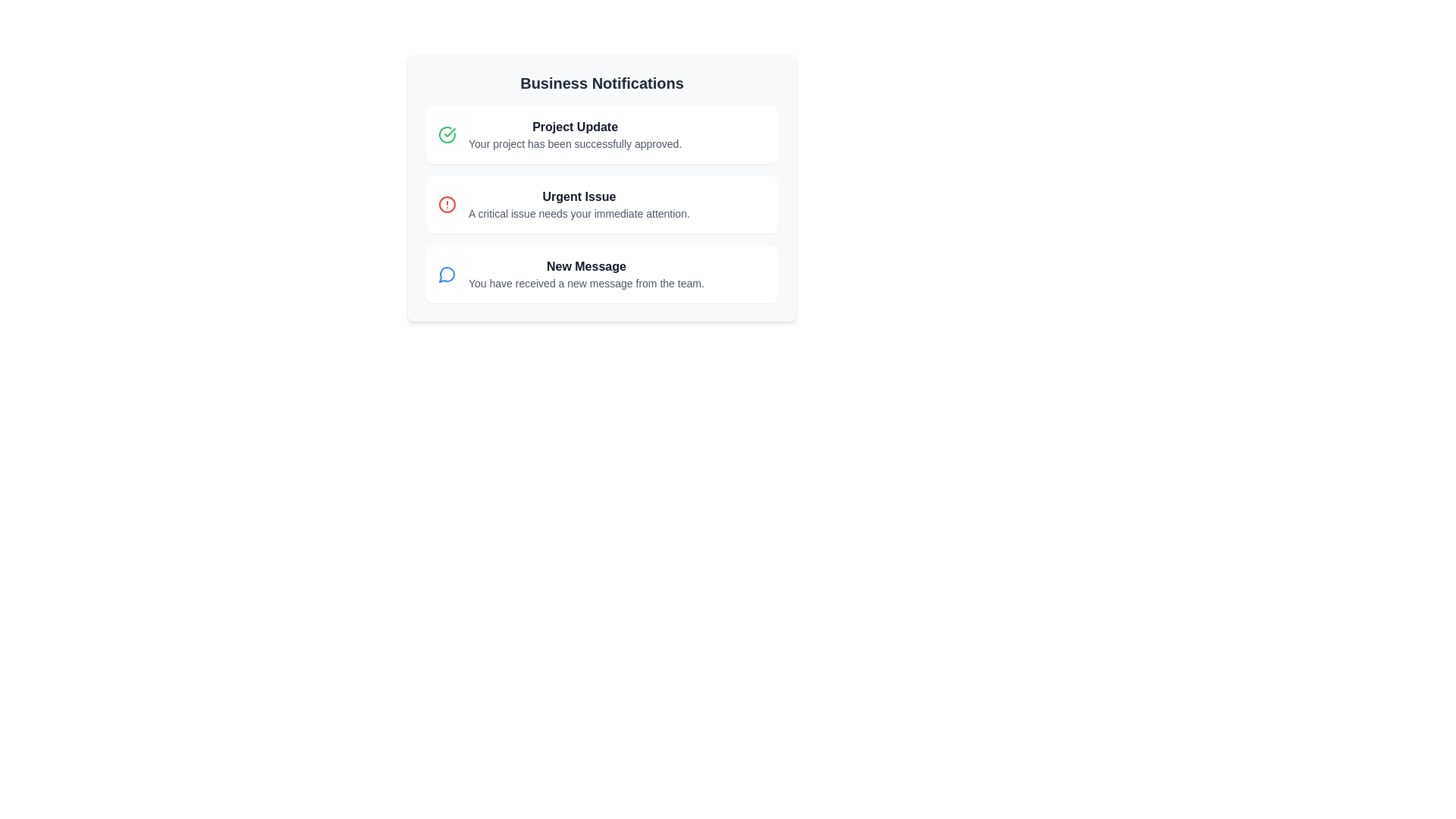 The width and height of the screenshot is (1456, 819). What do you see at coordinates (446, 275) in the screenshot?
I see `the message notification icon located in the notification panel under the 'New Message' title, positioned to the left of the text content` at bounding box center [446, 275].